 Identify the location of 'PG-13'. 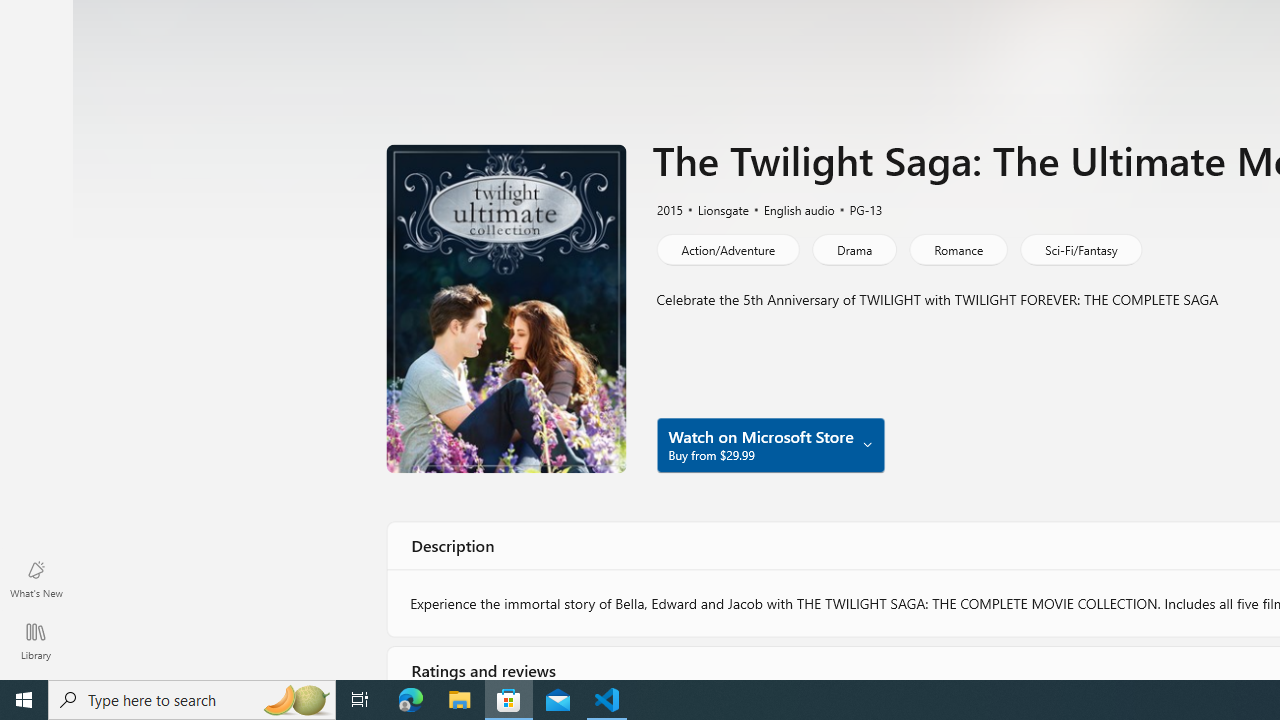
(857, 208).